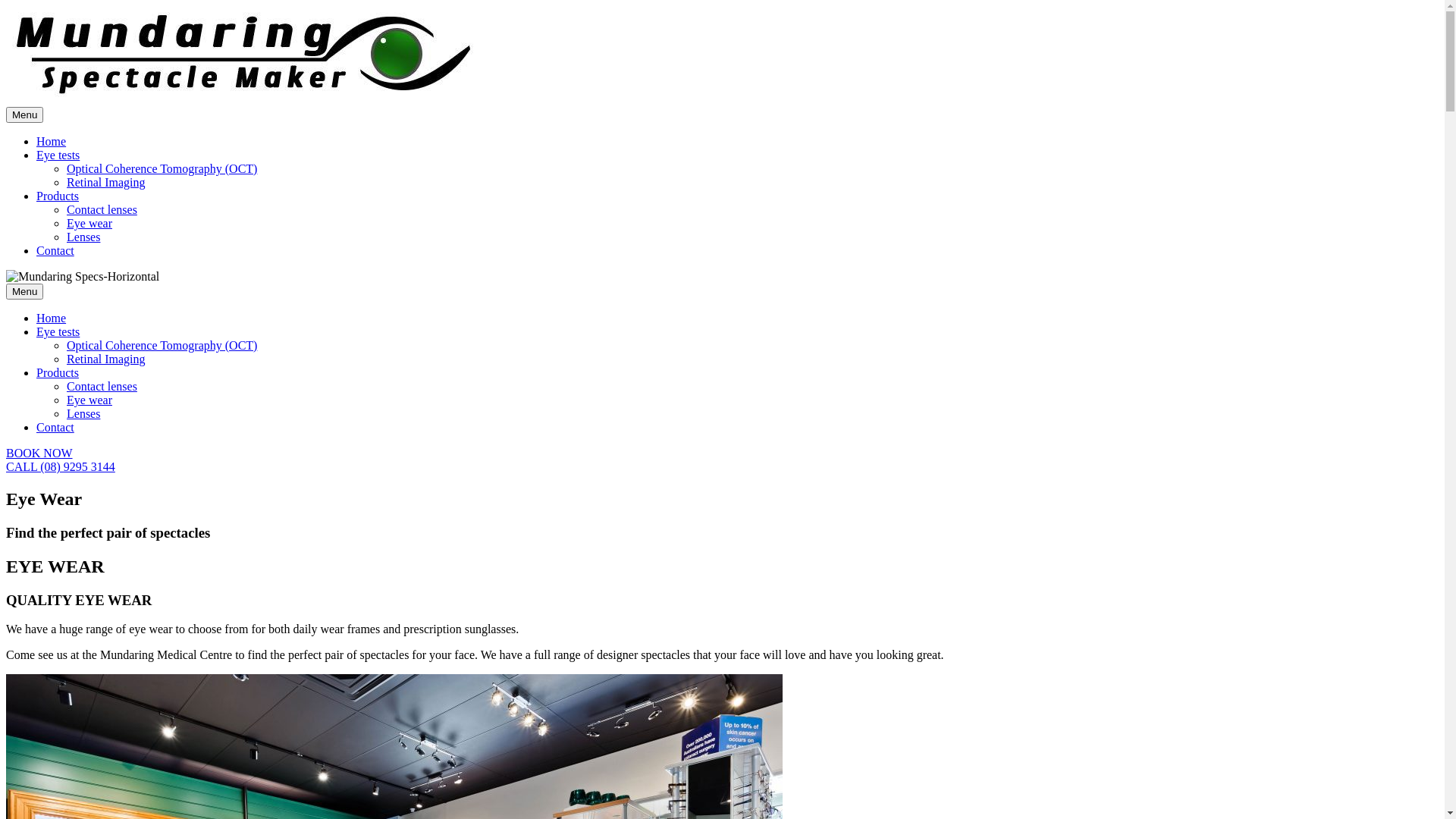 The image size is (1456, 819). What do you see at coordinates (58, 155) in the screenshot?
I see `'Eye tests'` at bounding box center [58, 155].